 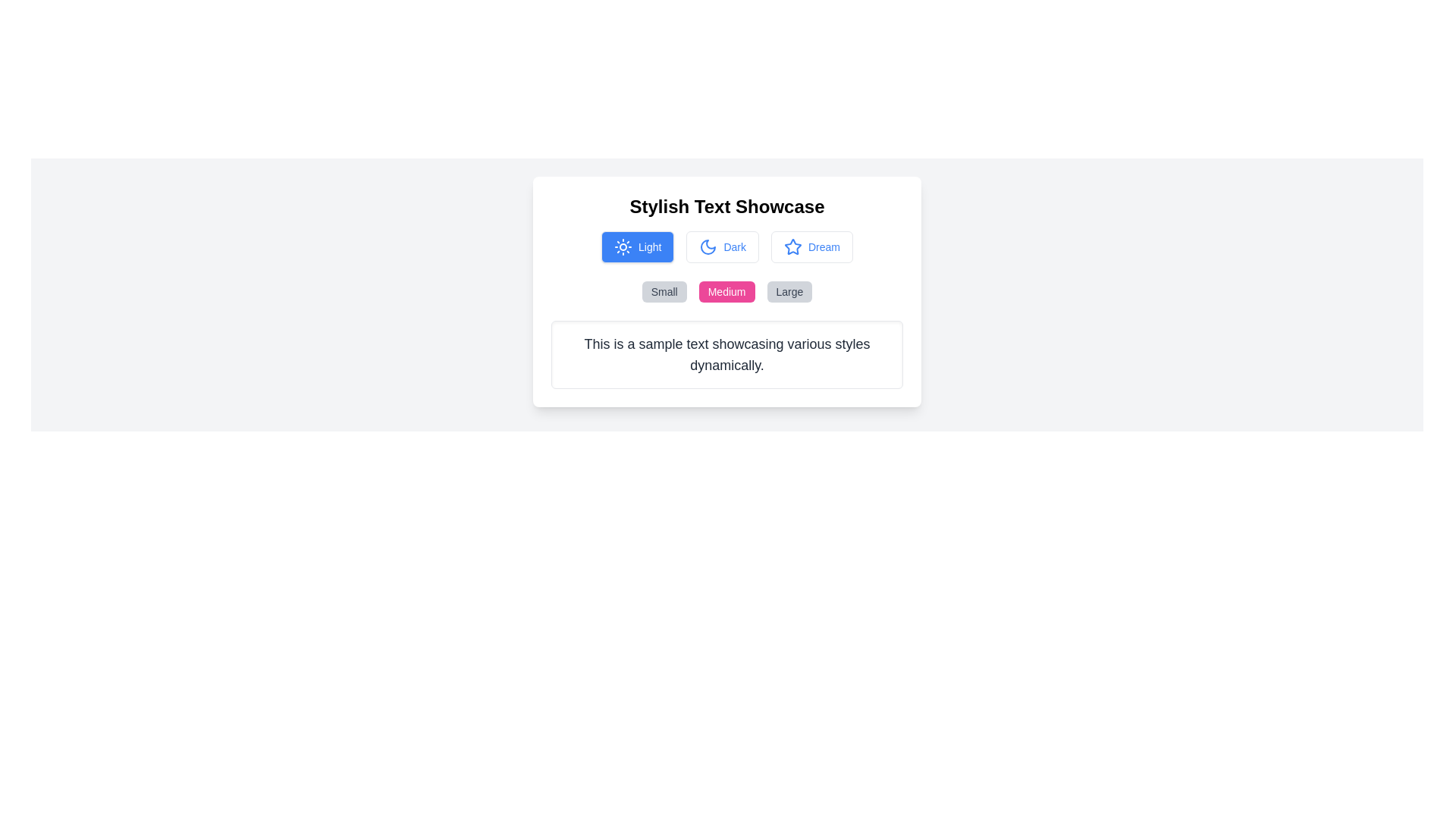 I want to click on the blue button labeled 'Light' with a sun icon, so click(x=638, y=246).